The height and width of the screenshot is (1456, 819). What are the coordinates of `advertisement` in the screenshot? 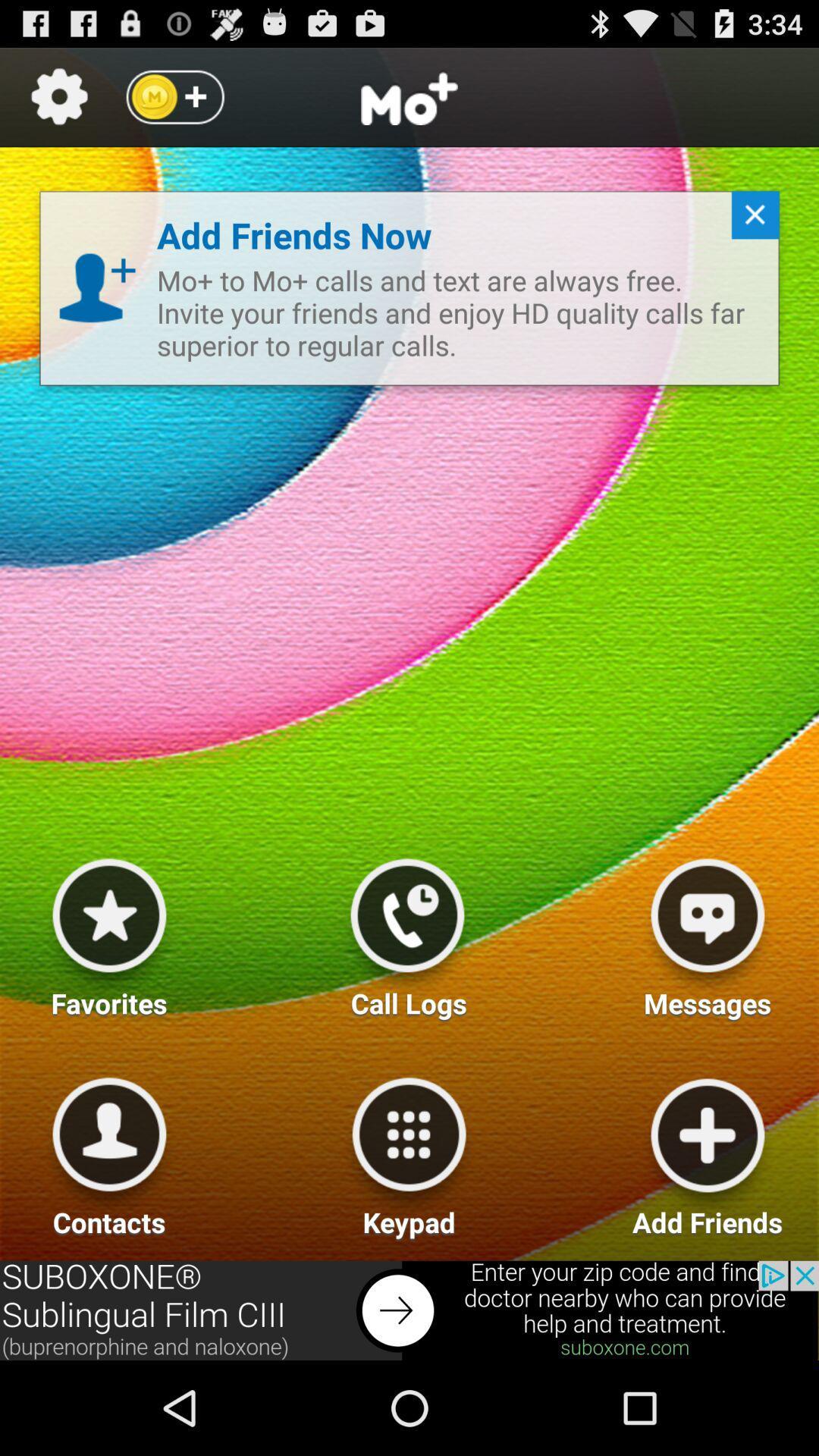 It's located at (409, 1310).